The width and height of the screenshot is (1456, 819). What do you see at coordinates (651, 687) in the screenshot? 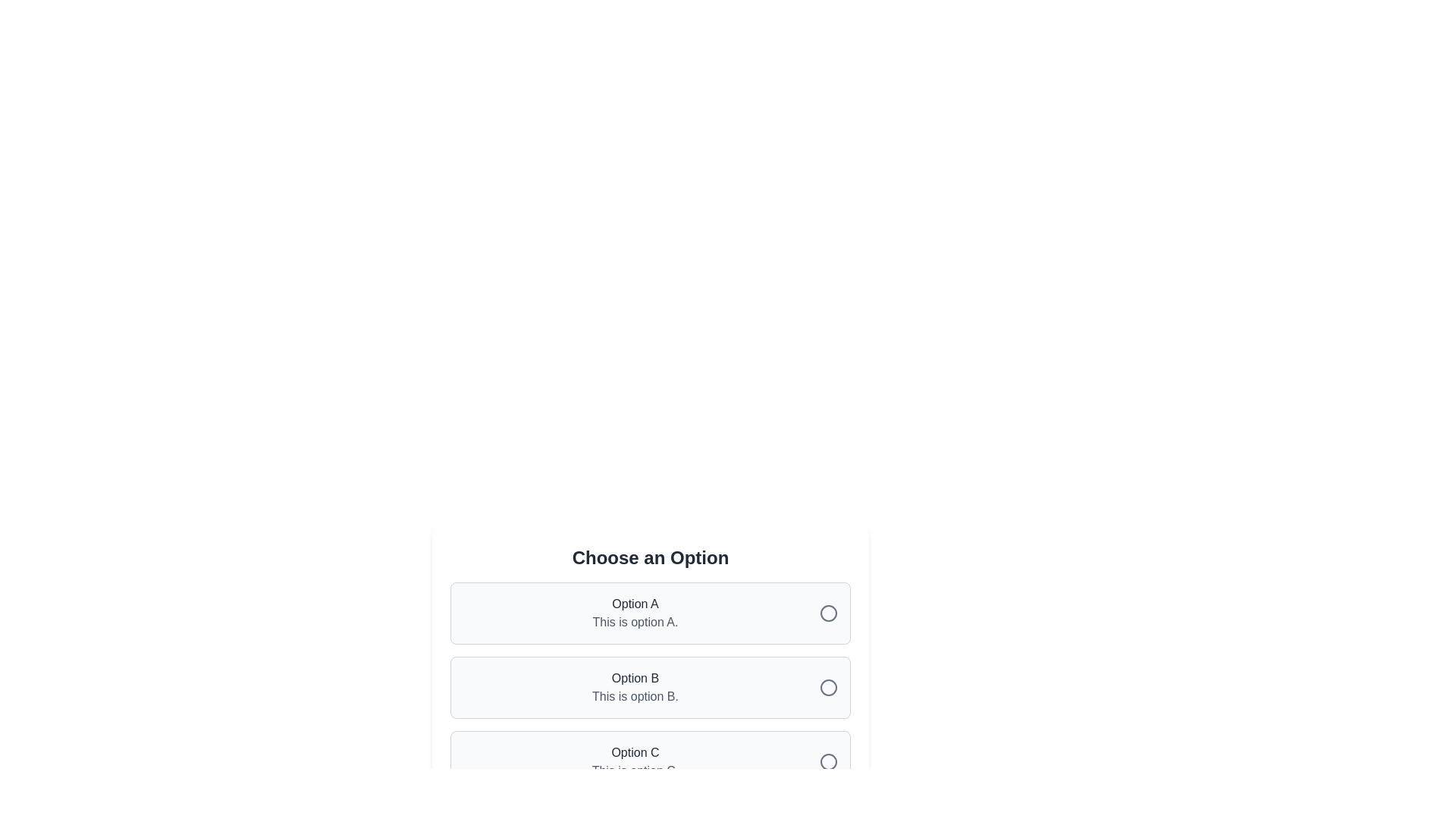
I see `the selectable option for 'Option B', which is styled as a rectangle with rounded corners and contains the text 'Option B' and 'This is option B.'` at bounding box center [651, 687].